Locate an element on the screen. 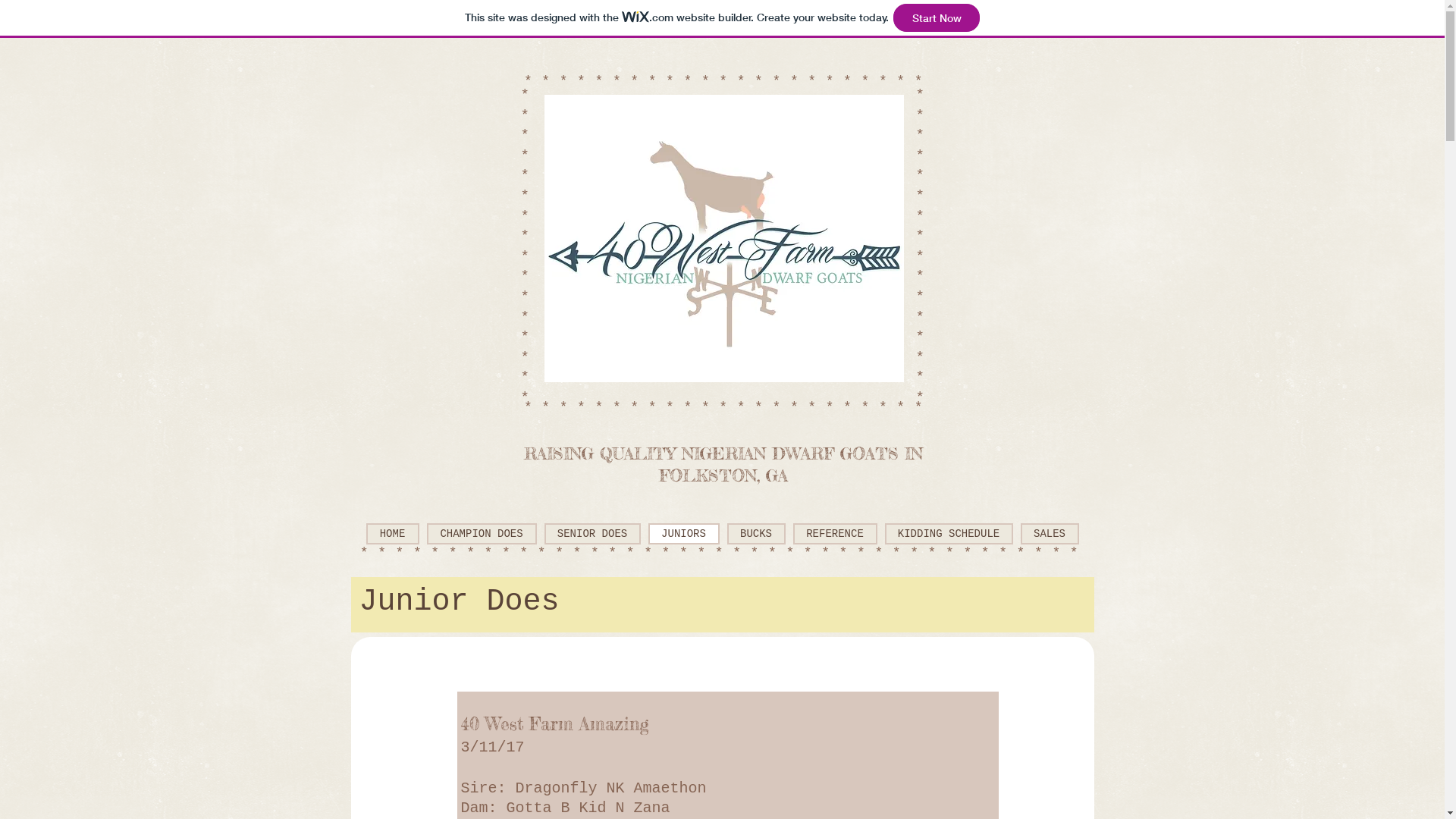  'REFERENCE' is located at coordinates (792, 533).